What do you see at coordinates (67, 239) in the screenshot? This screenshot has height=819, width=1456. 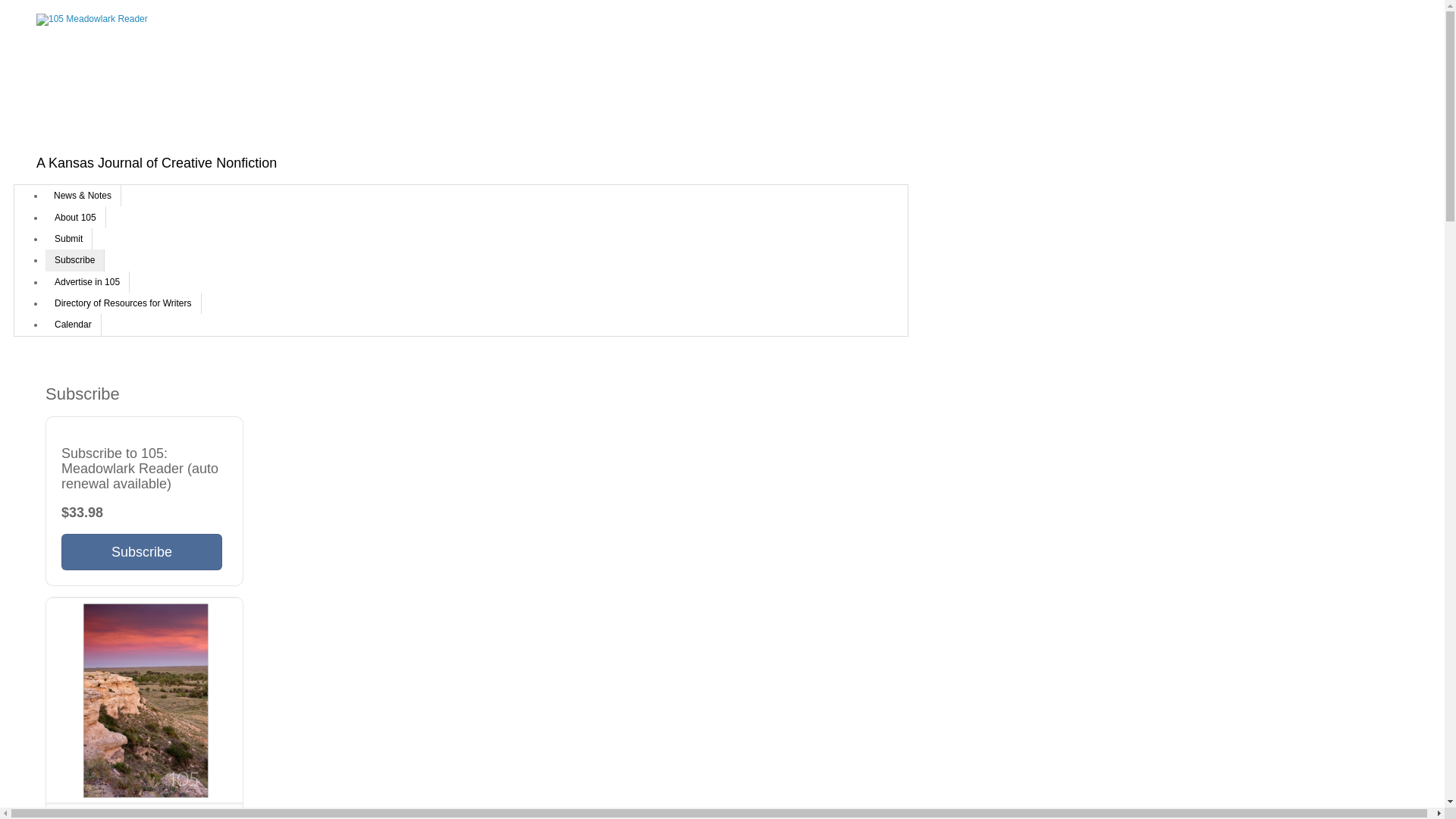 I see `'Submit'` at bounding box center [67, 239].